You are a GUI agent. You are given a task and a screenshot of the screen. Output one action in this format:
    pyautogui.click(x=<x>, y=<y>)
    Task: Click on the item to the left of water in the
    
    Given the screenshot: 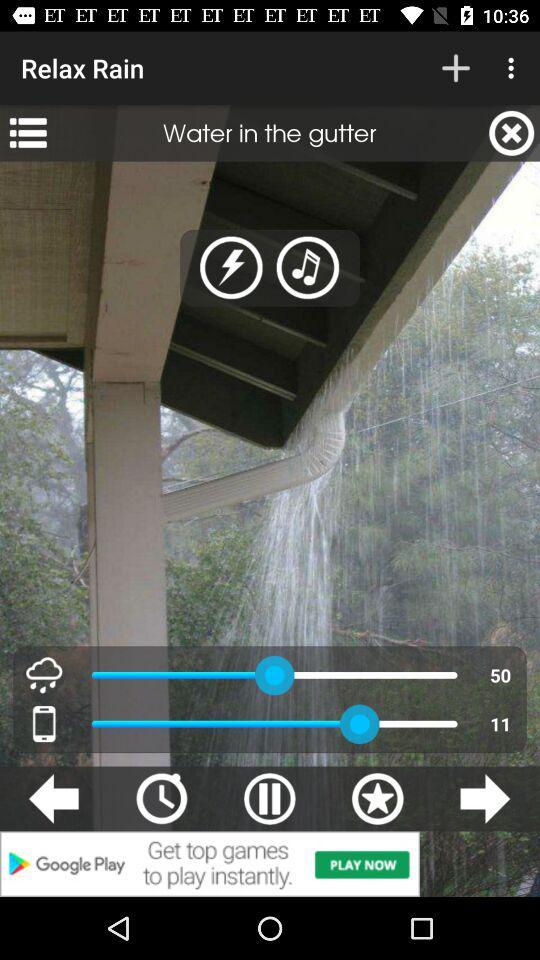 What is the action you would take?
    pyautogui.click(x=27, y=132)
    